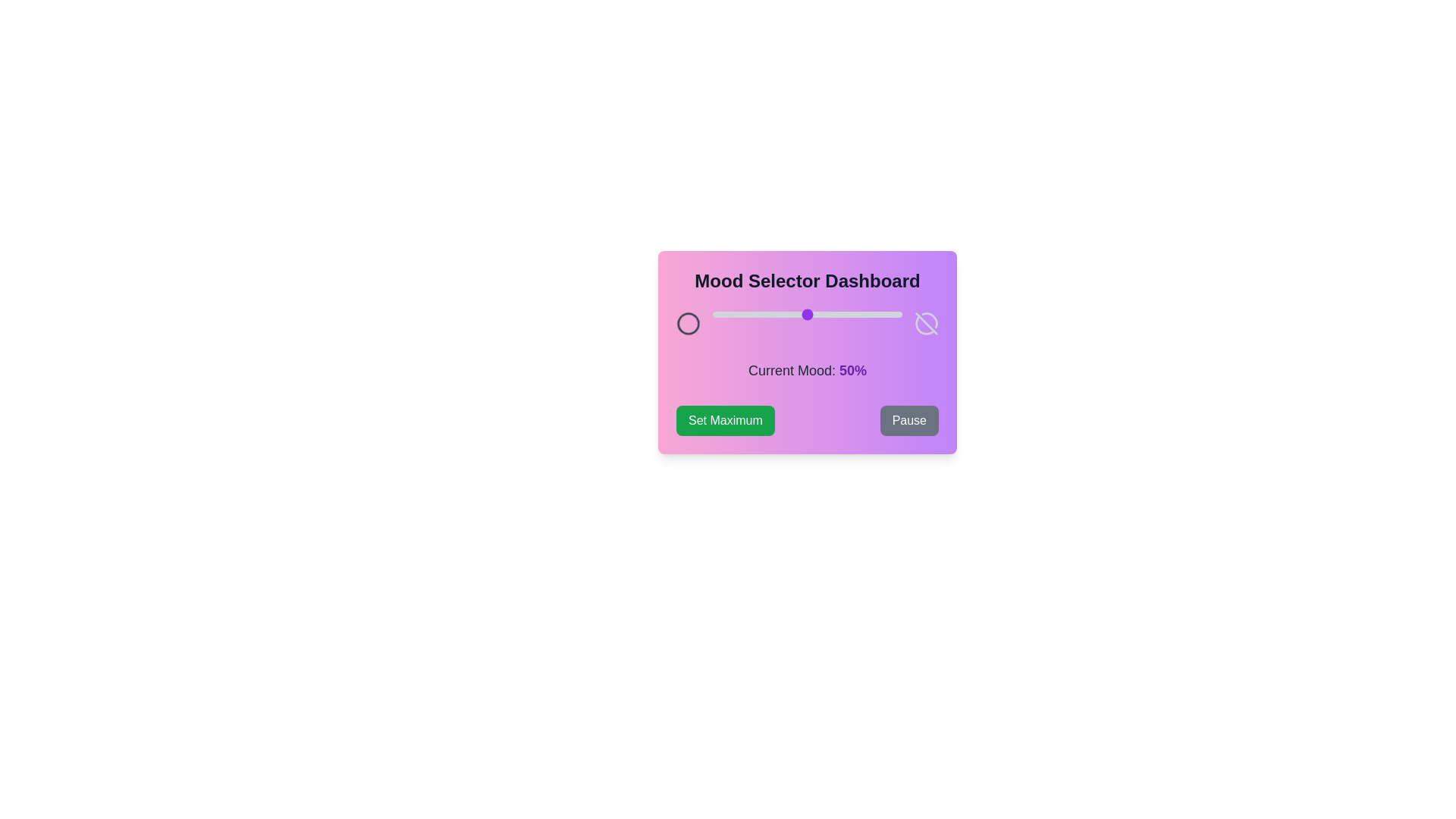 The width and height of the screenshot is (1456, 819). I want to click on the background area outside the MoodSelectorDashboard component to focus or defocus it, so click(75, 76).